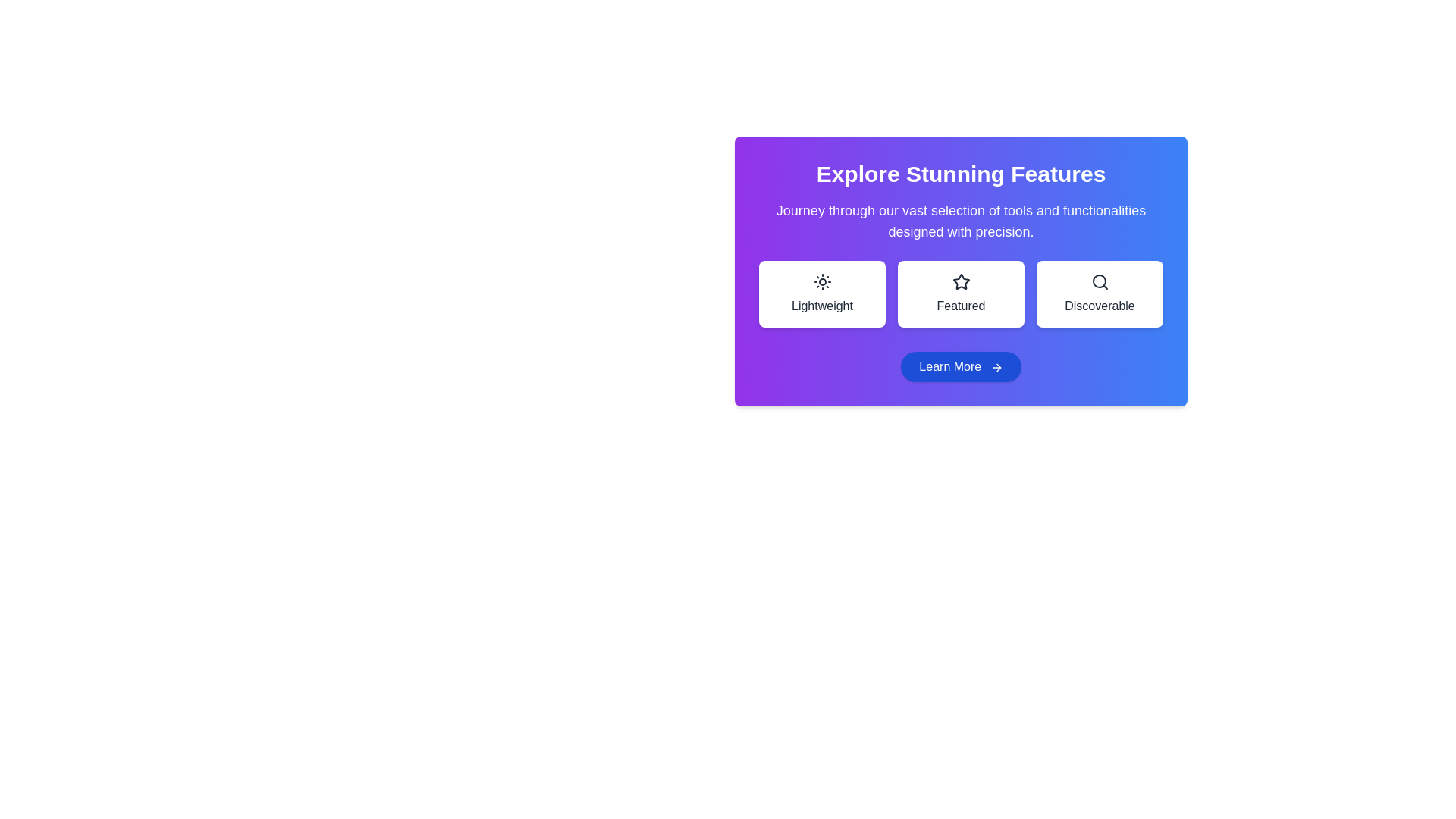 Image resolution: width=1456 pixels, height=819 pixels. I want to click on the 'Discoverable' text label located at the bottom center of the card with a magnifying glass icon above it, which is the third card from the left in a set of horizontal cards, so click(1100, 306).